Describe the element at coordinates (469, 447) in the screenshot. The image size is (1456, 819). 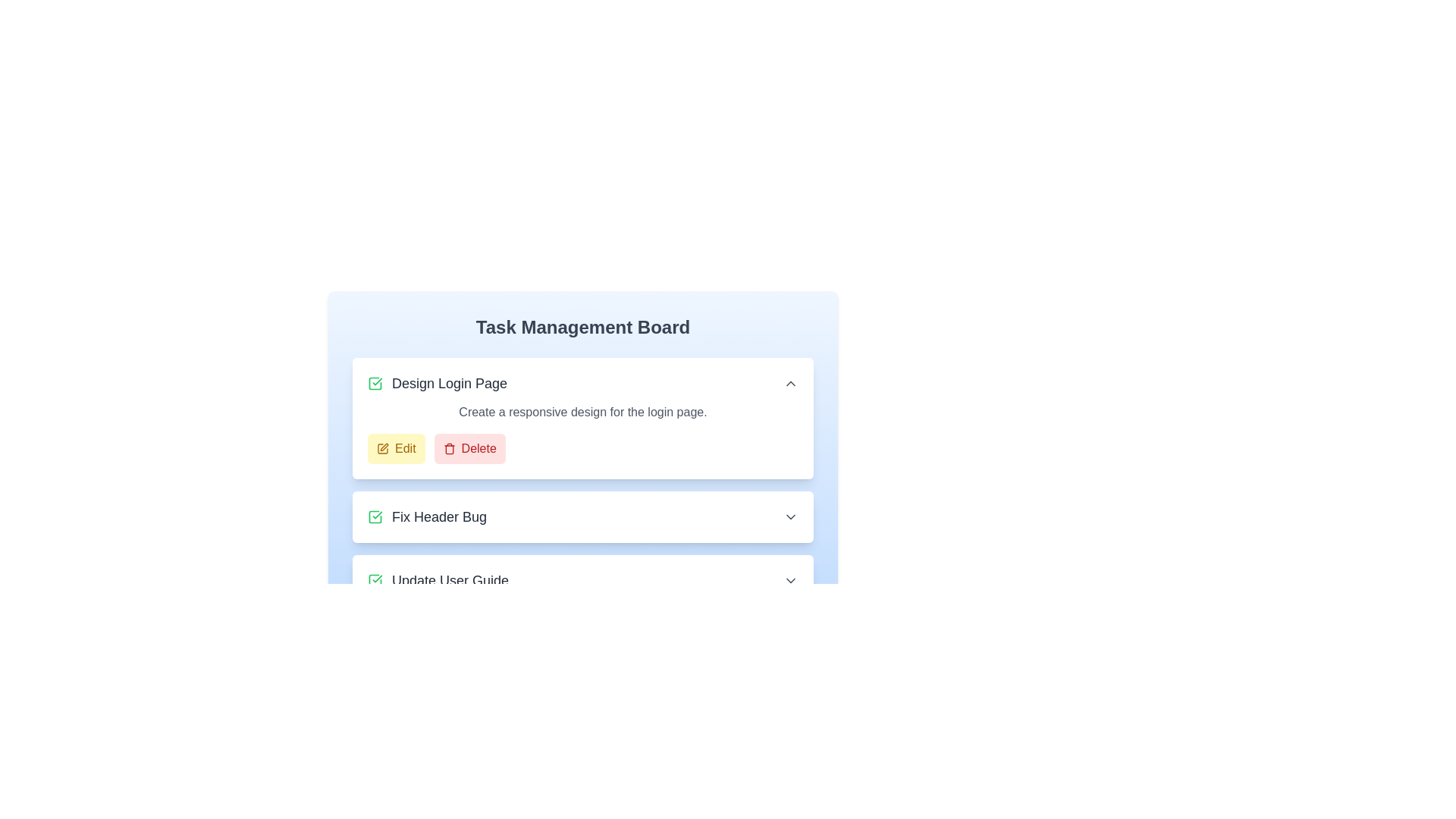
I see `'Delete' button associated with the task 'Design Login Page'` at that location.